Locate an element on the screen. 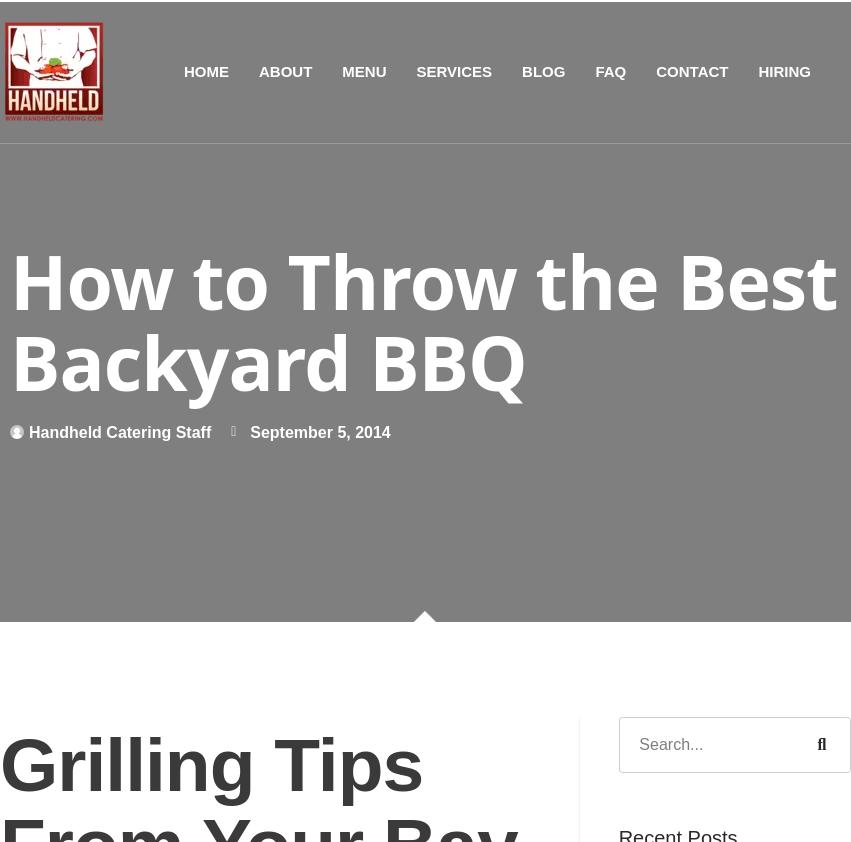  'HOME' is located at coordinates (205, 69).